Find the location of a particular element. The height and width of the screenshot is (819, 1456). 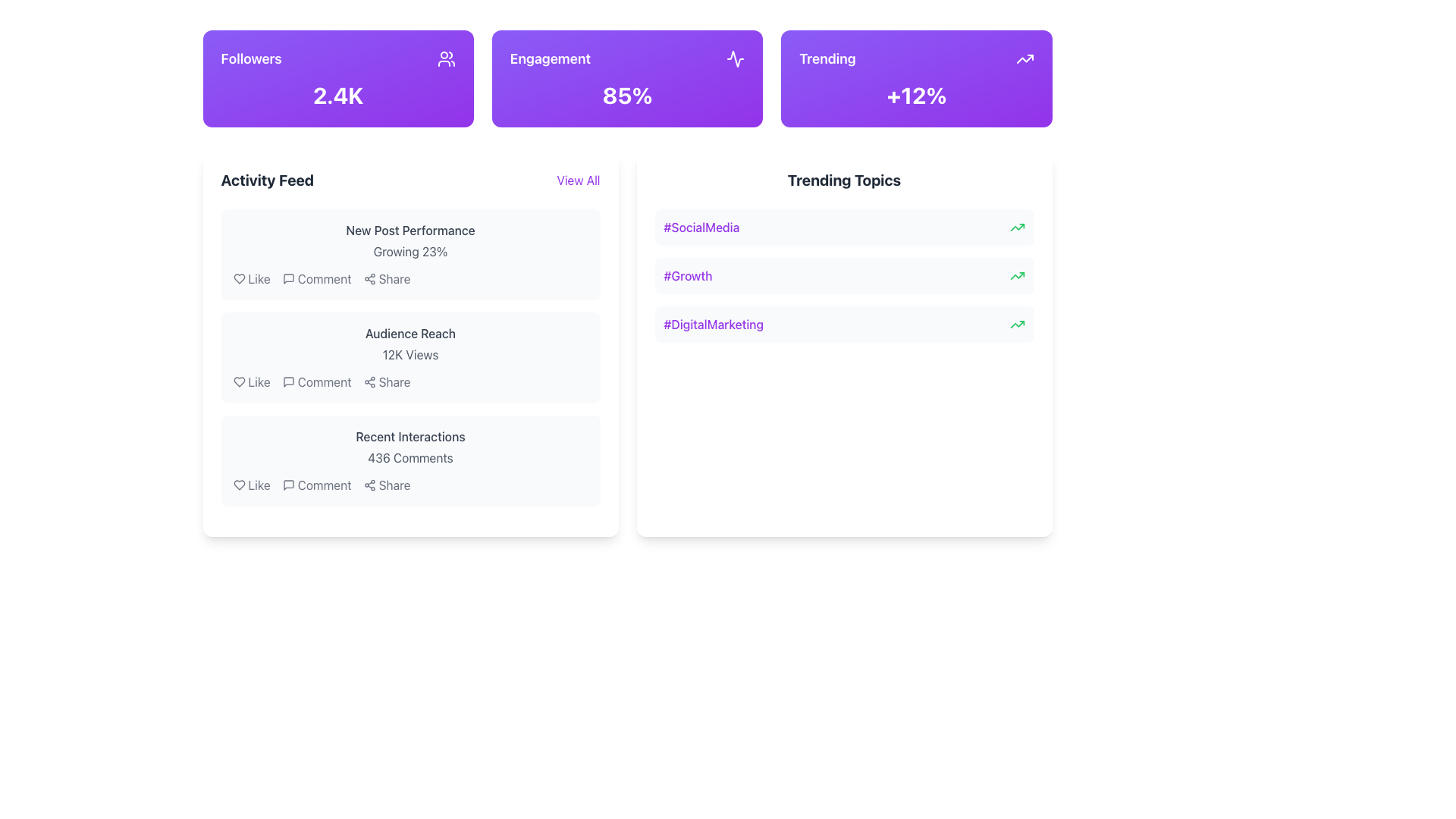

the appearance of the decorative icon located in the engagement section of the top header, positioned between the followers and trending sections is located at coordinates (736, 58).